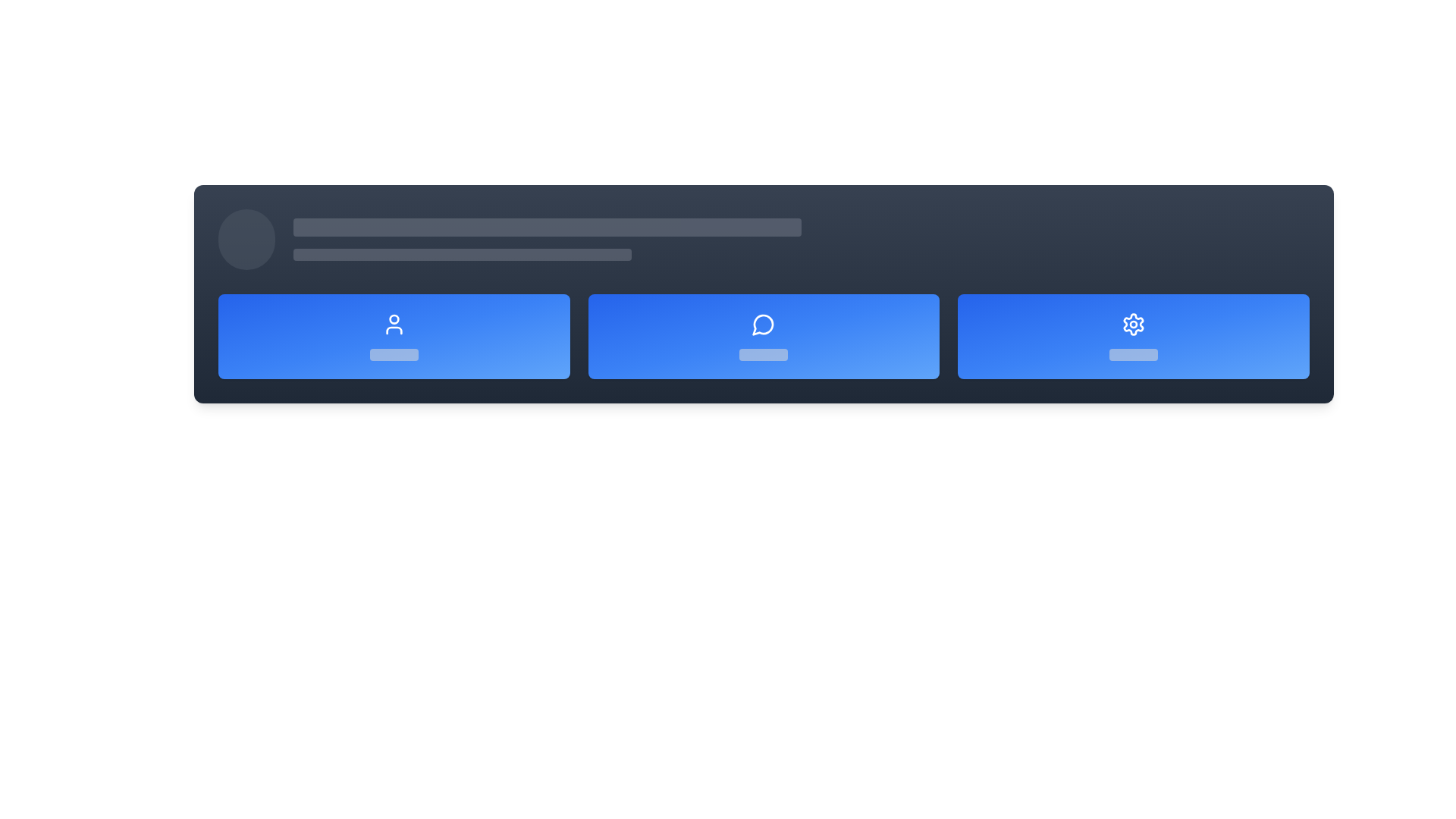  Describe the element at coordinates (800, 239) in the screenshot. I see `the animation of the placeholder component within the flexbox structure, which consists of two parallel pulse-animated gray bars` at that location.